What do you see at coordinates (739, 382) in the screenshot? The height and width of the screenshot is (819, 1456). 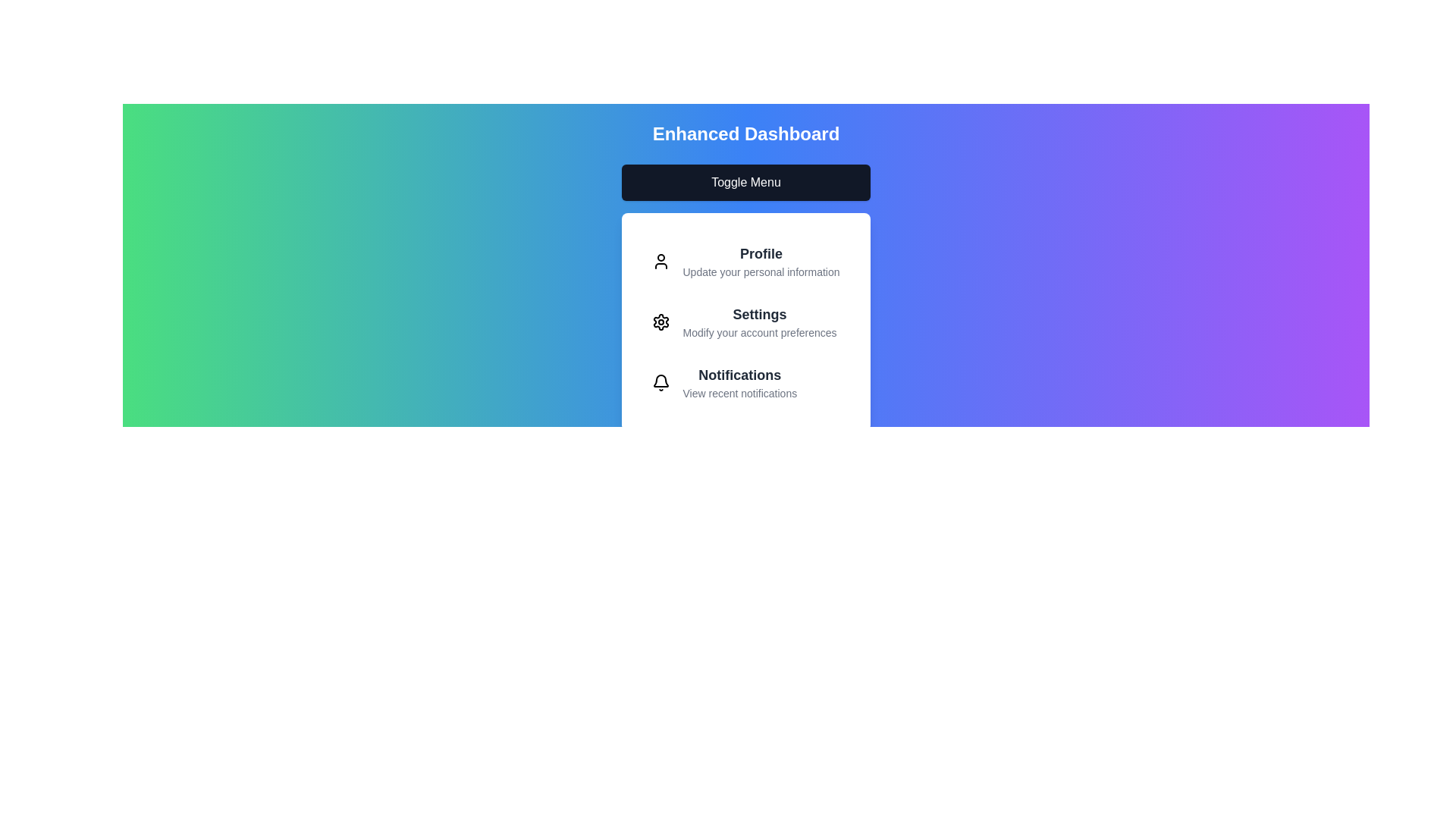 I see `the 'Notifications' menu item to trigger its associated action` at bounding box center [739, 382].